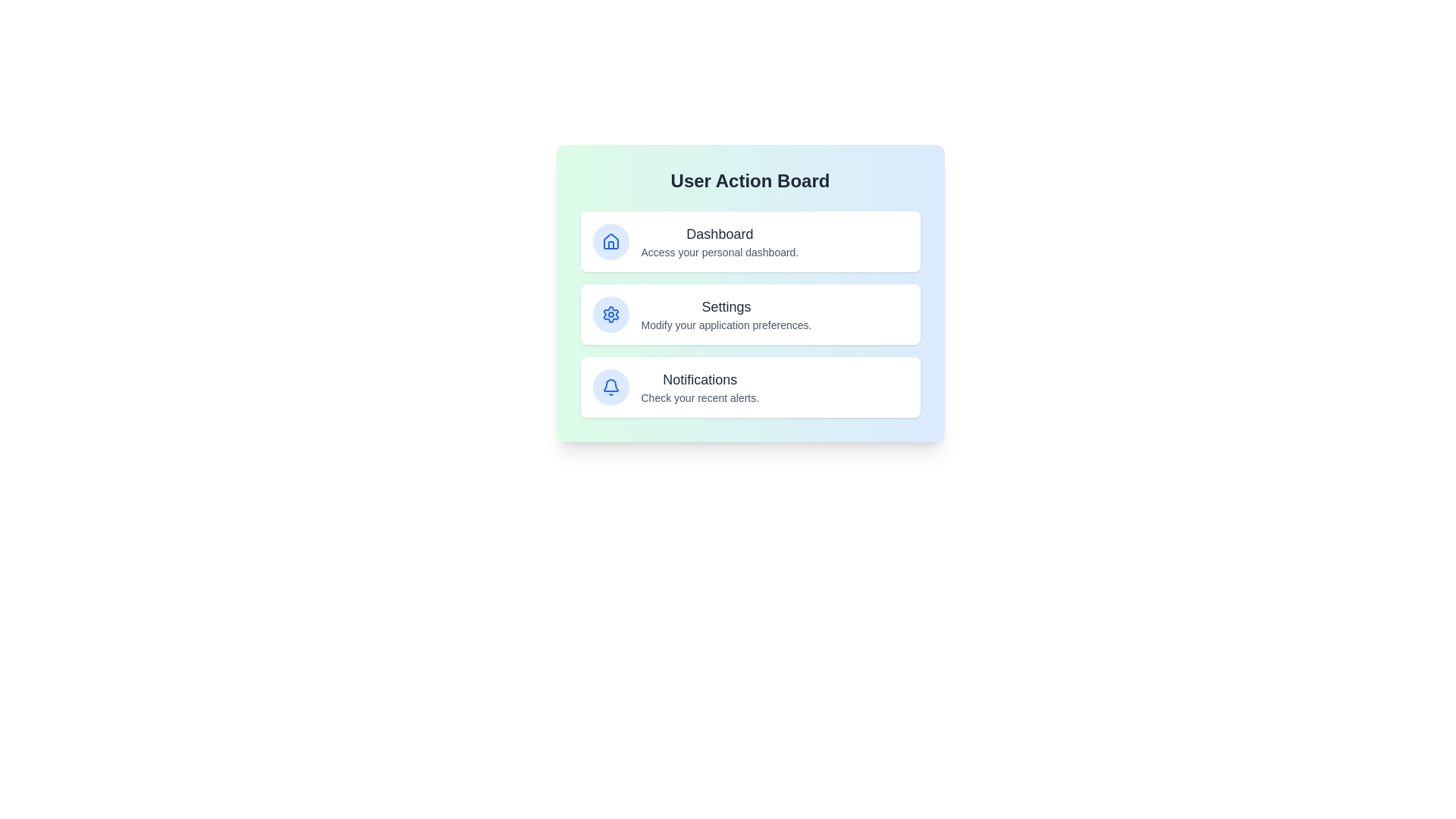 This screenshot has height=819, width=1456. I want to click on the icon corresponding to Settings in the User Action Board, so click(610, 314).